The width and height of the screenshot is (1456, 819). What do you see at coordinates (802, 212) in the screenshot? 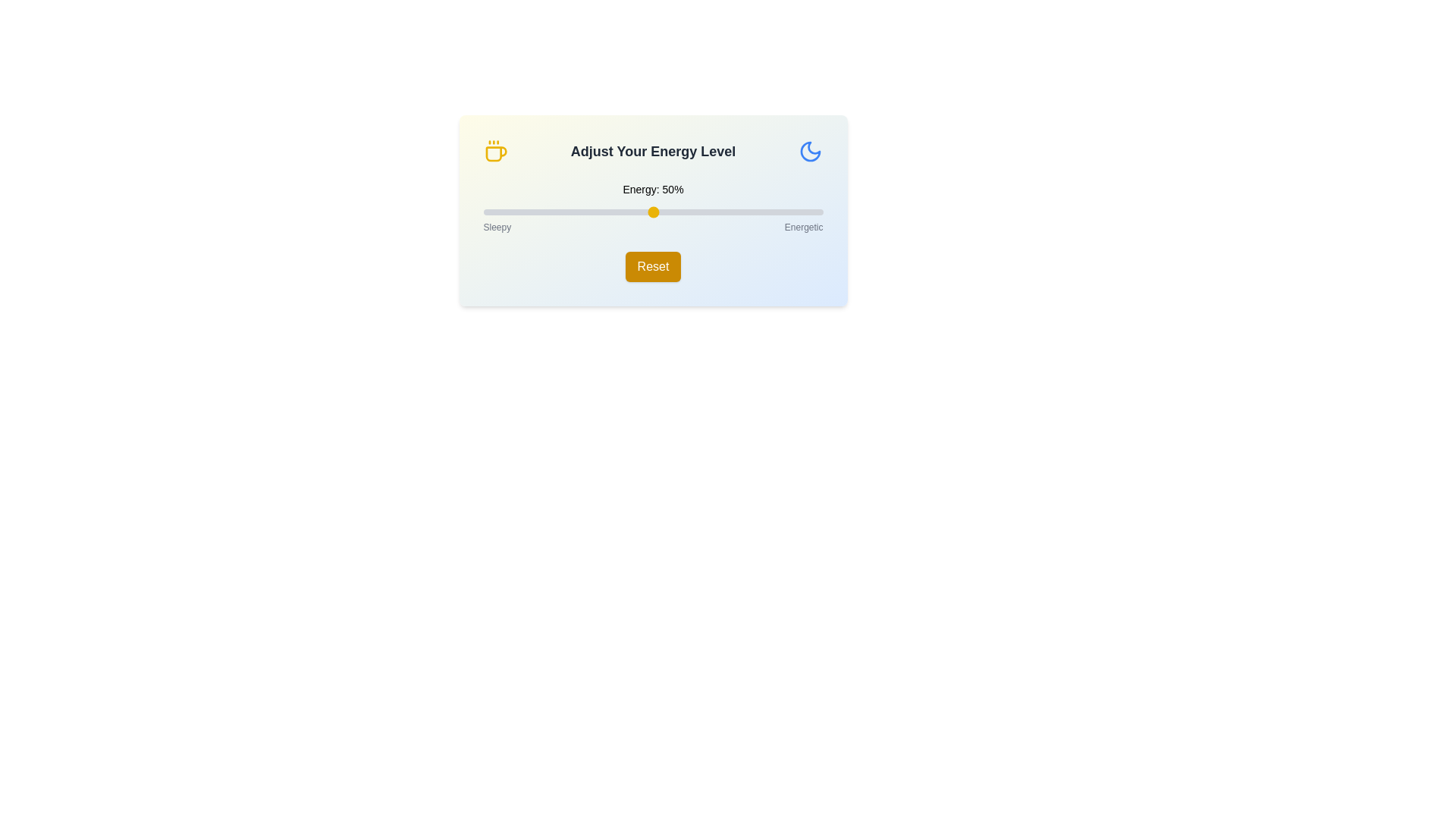
I see `the energy level slider to 94%` at bounding box center [802, 212].